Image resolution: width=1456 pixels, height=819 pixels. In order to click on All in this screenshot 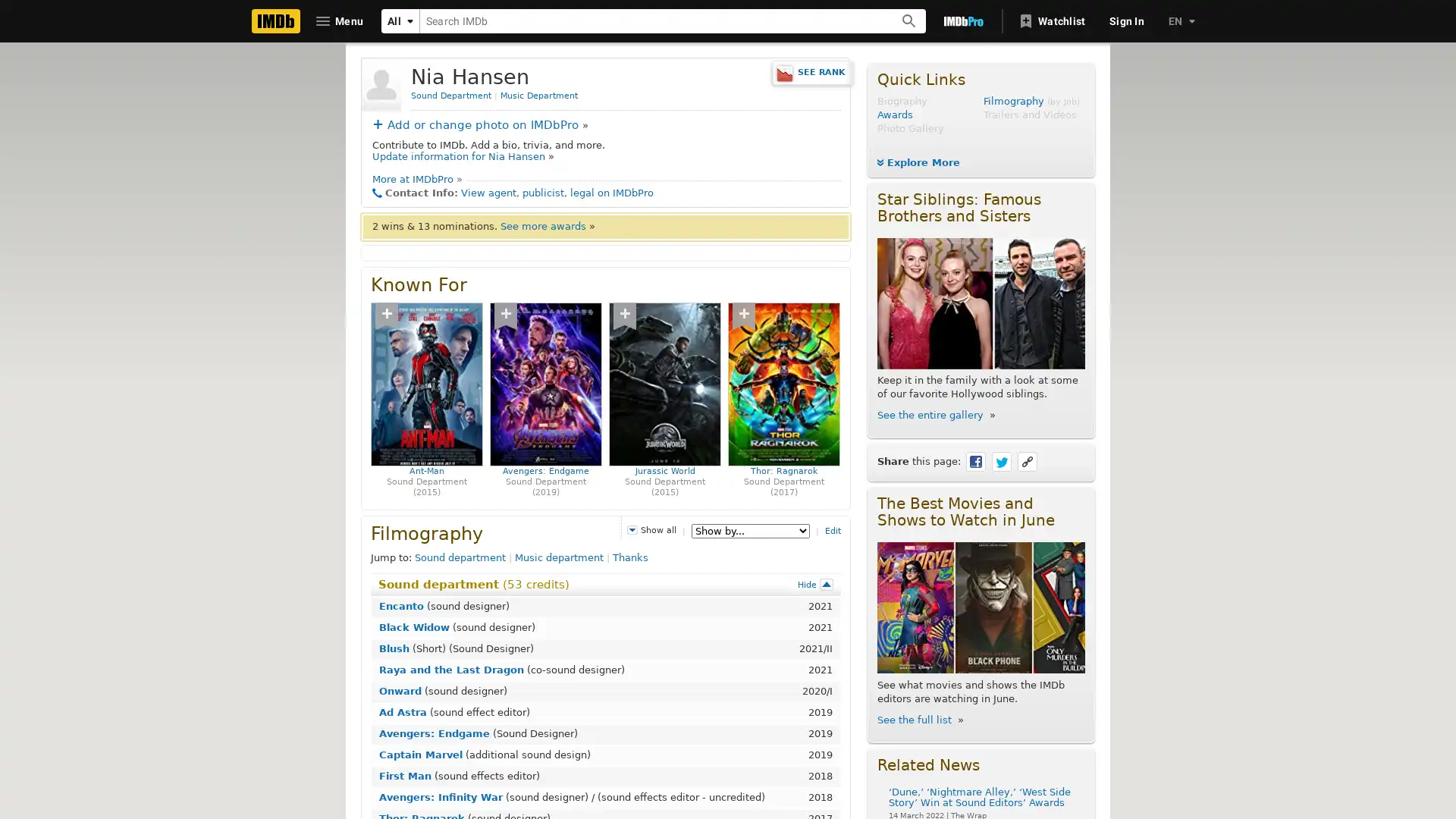, I will do `click(400, 20)`.